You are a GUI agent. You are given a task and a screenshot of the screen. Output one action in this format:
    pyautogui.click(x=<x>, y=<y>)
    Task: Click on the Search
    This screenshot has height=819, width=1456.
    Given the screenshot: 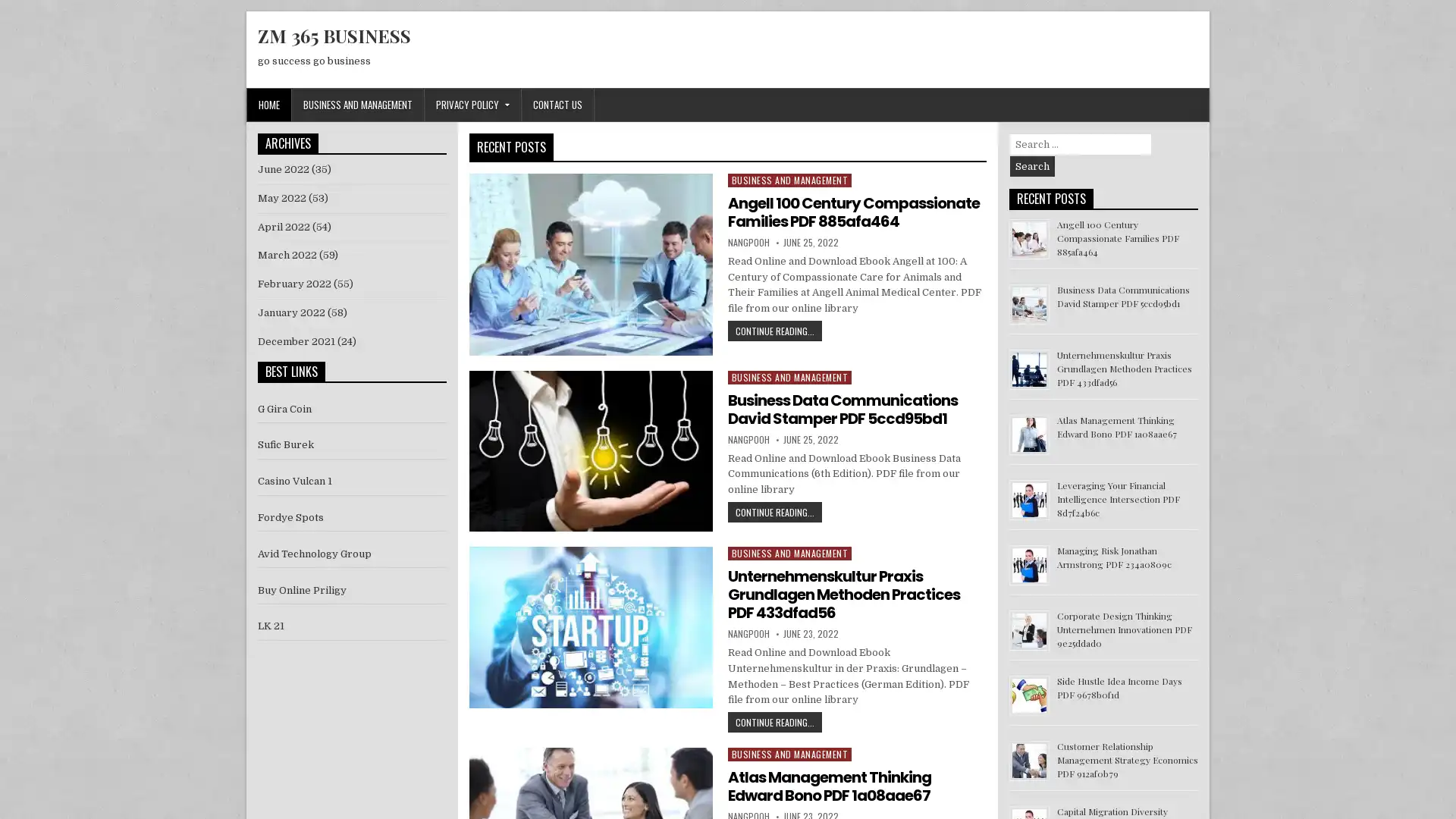 What is the action you would take?
    pyautogui.click(x=1031, y=166)
    